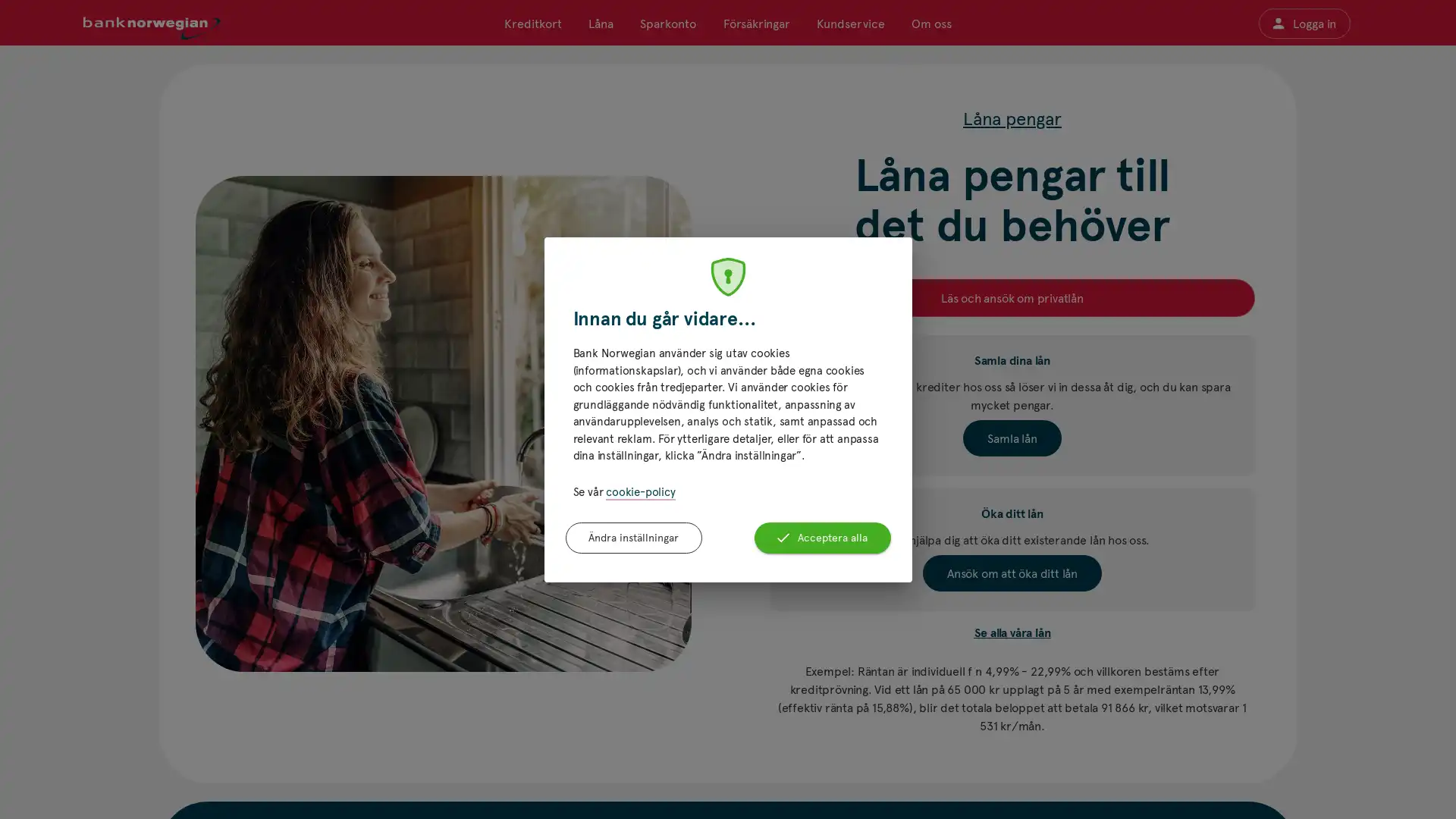  I want to click on Om oss, so click(930, 23).